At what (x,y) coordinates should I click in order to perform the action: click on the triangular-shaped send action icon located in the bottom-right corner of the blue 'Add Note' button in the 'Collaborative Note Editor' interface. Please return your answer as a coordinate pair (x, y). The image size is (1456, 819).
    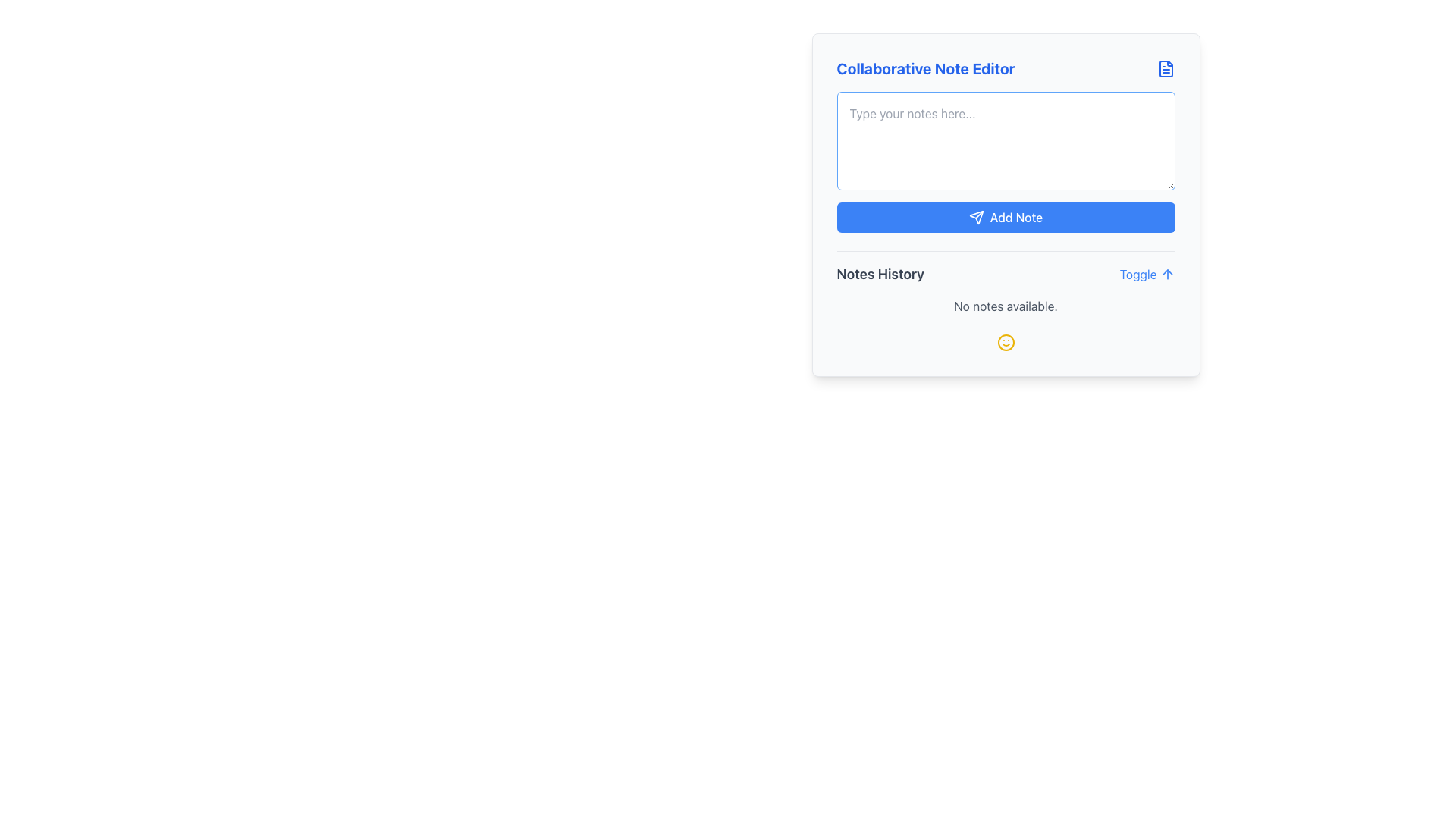
    Looking at the image, I should click on (976, 217).